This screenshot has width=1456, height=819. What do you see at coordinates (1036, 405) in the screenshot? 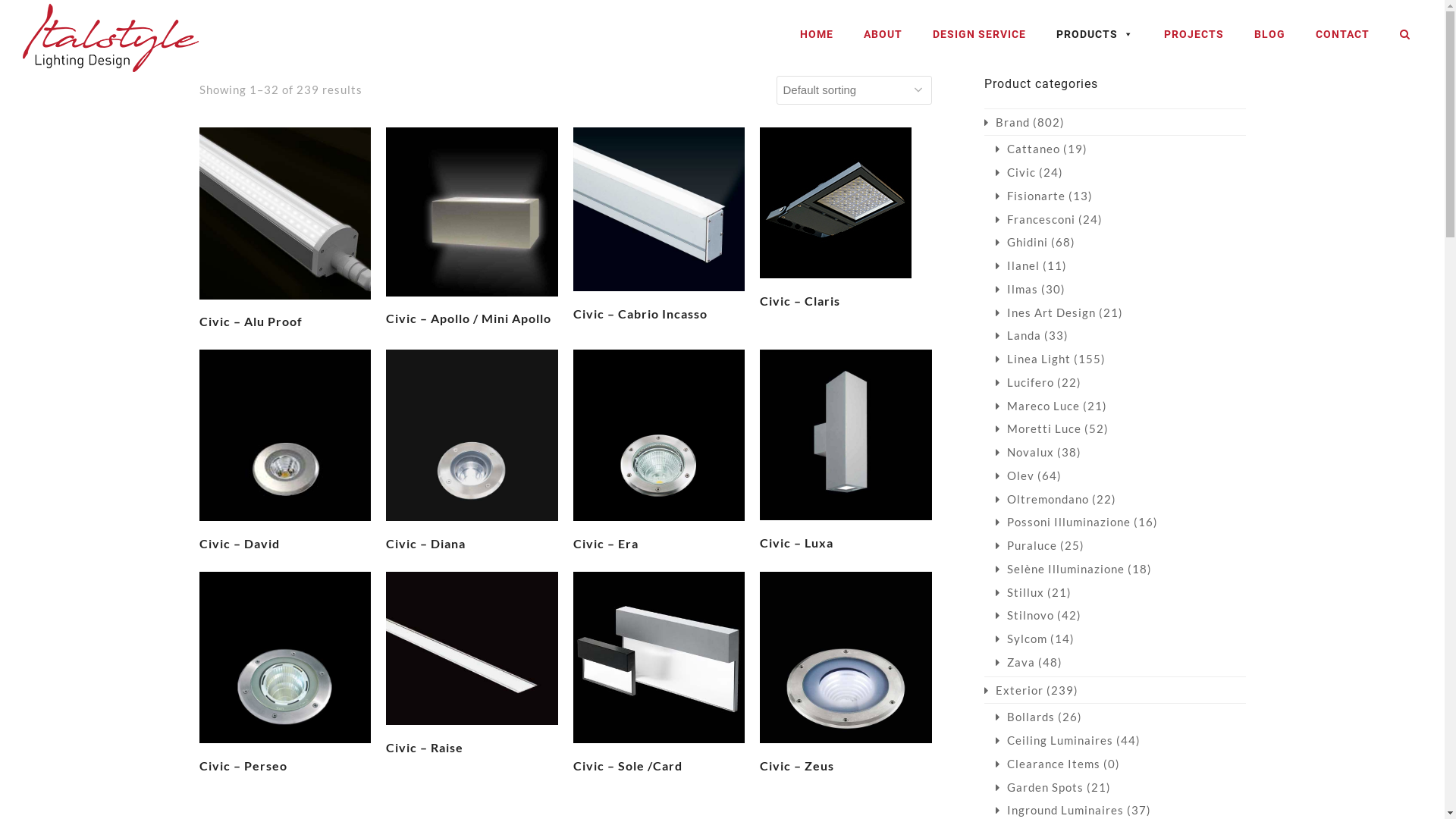
I see `'Mareco Luce'` at bounding box center [1036, 405].